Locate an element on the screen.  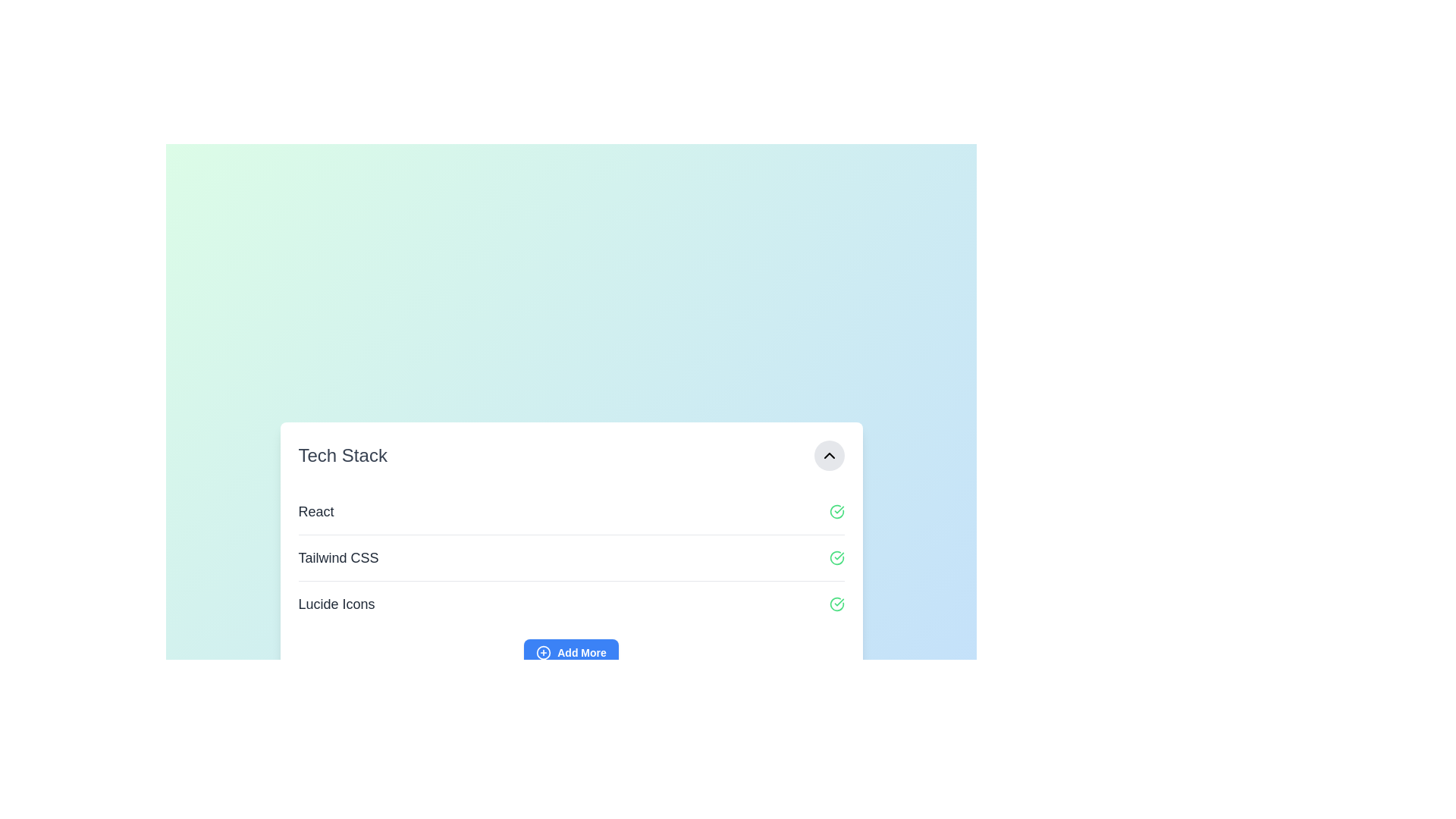
the upward-pointing chevron icon located at the top-right corner of the 'Tech Stack' section is located at coordinates (828, 455).